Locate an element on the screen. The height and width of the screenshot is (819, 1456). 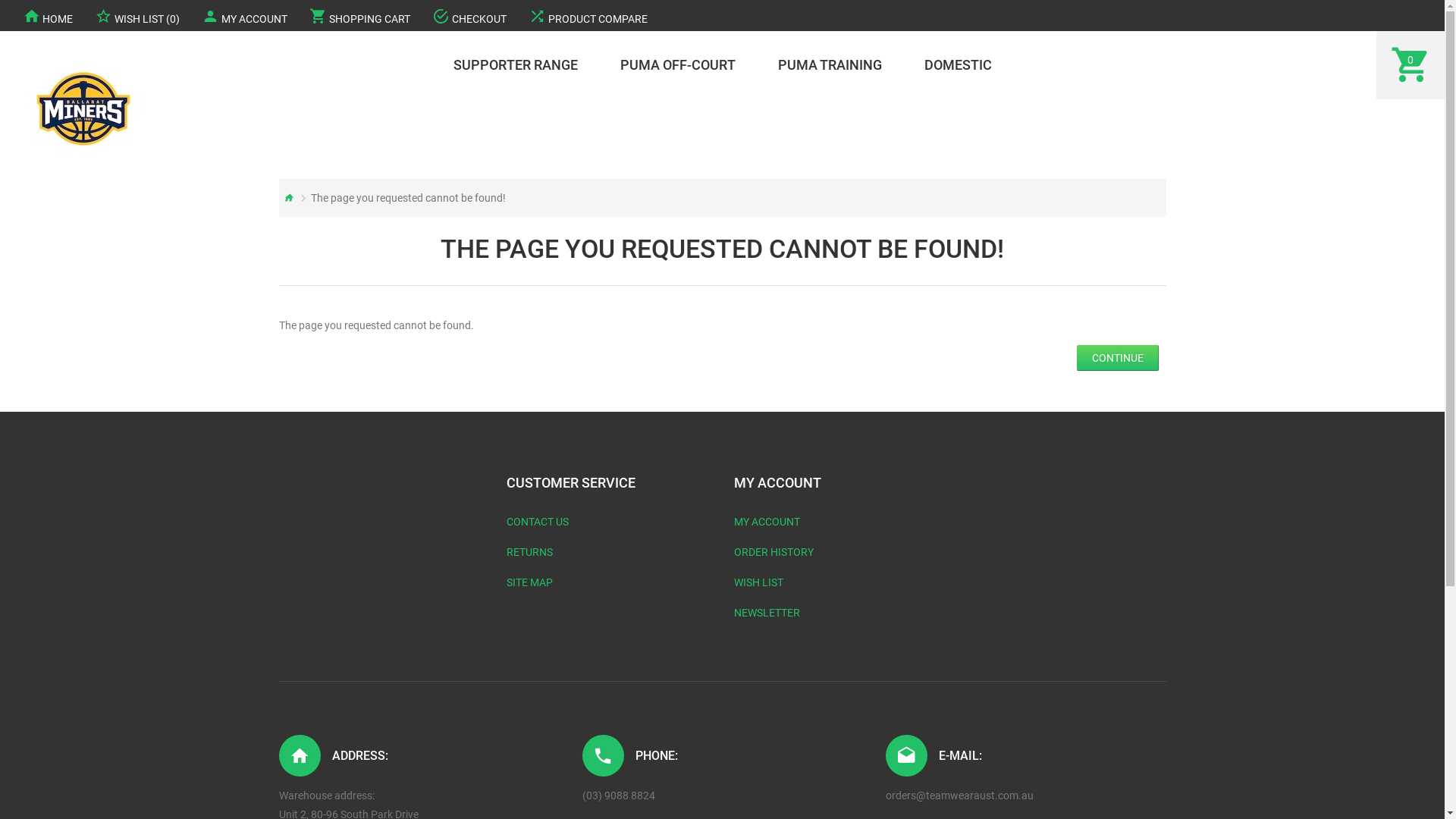
'SUPPORTER RANGE' is located at coordinates (431, 64).